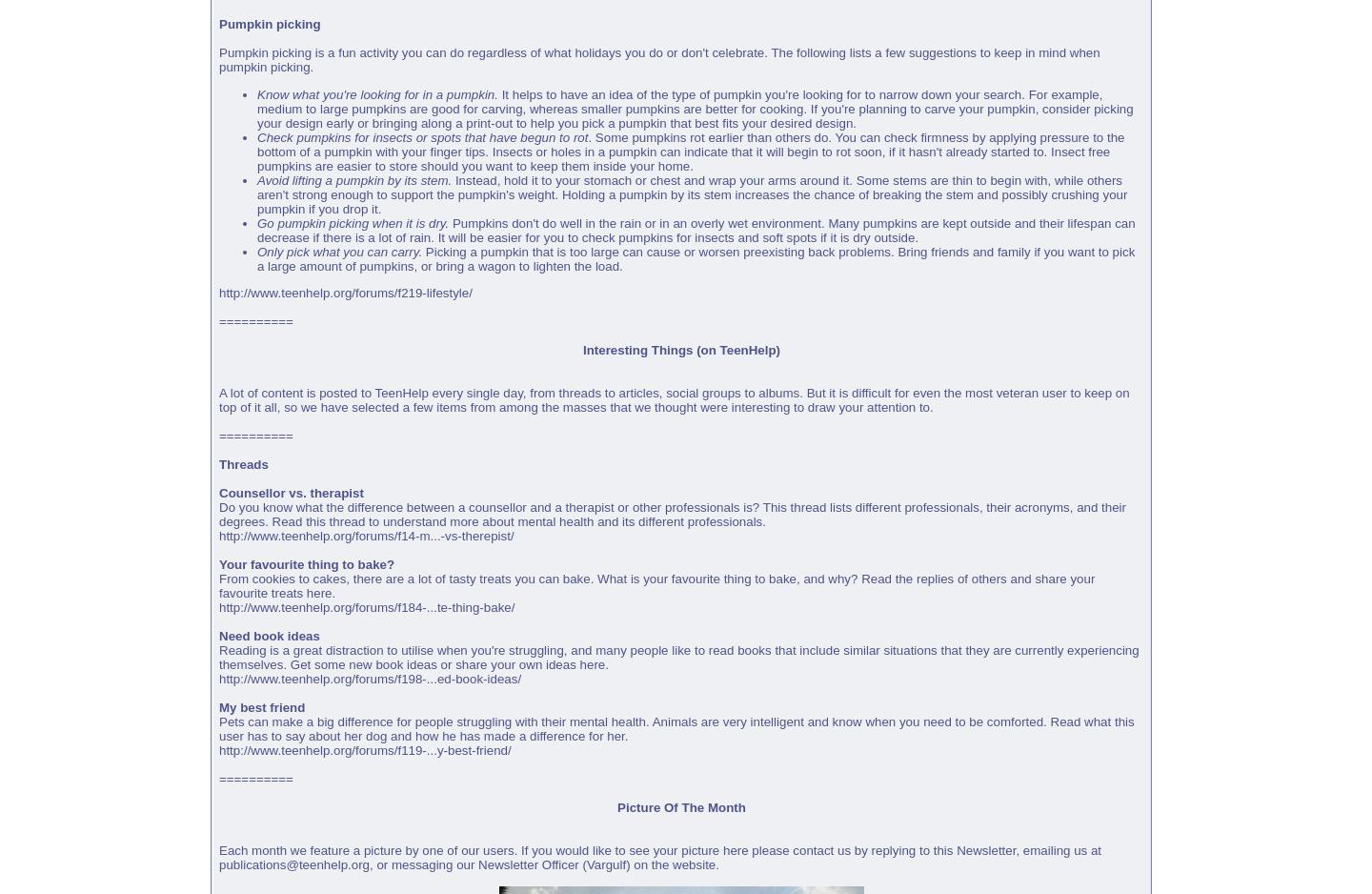  I want to click on 'My best friend', so click(261, 707).